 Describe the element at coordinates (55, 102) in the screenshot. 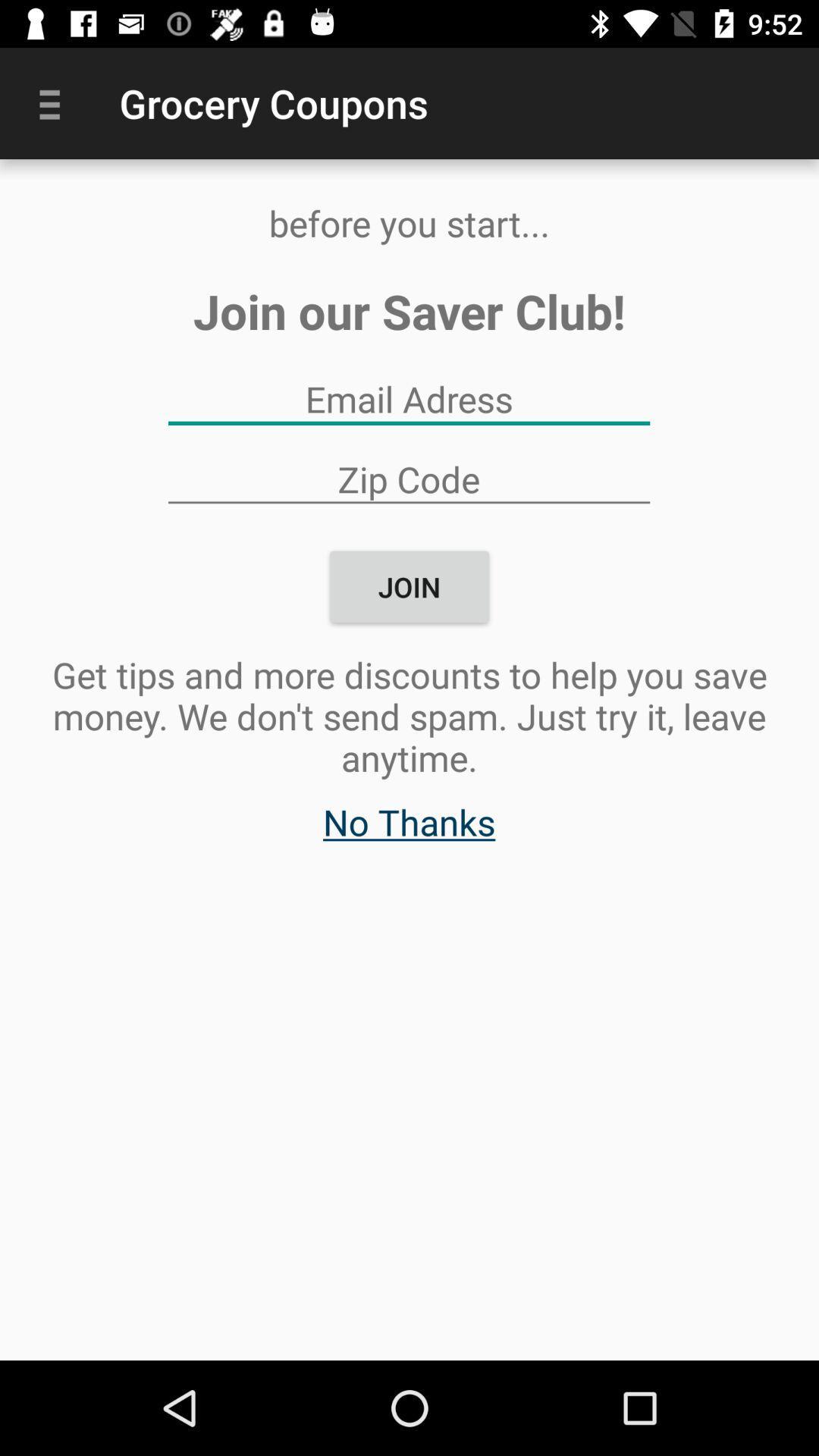

I see `the app next to the grocery coupons icon` at that location.